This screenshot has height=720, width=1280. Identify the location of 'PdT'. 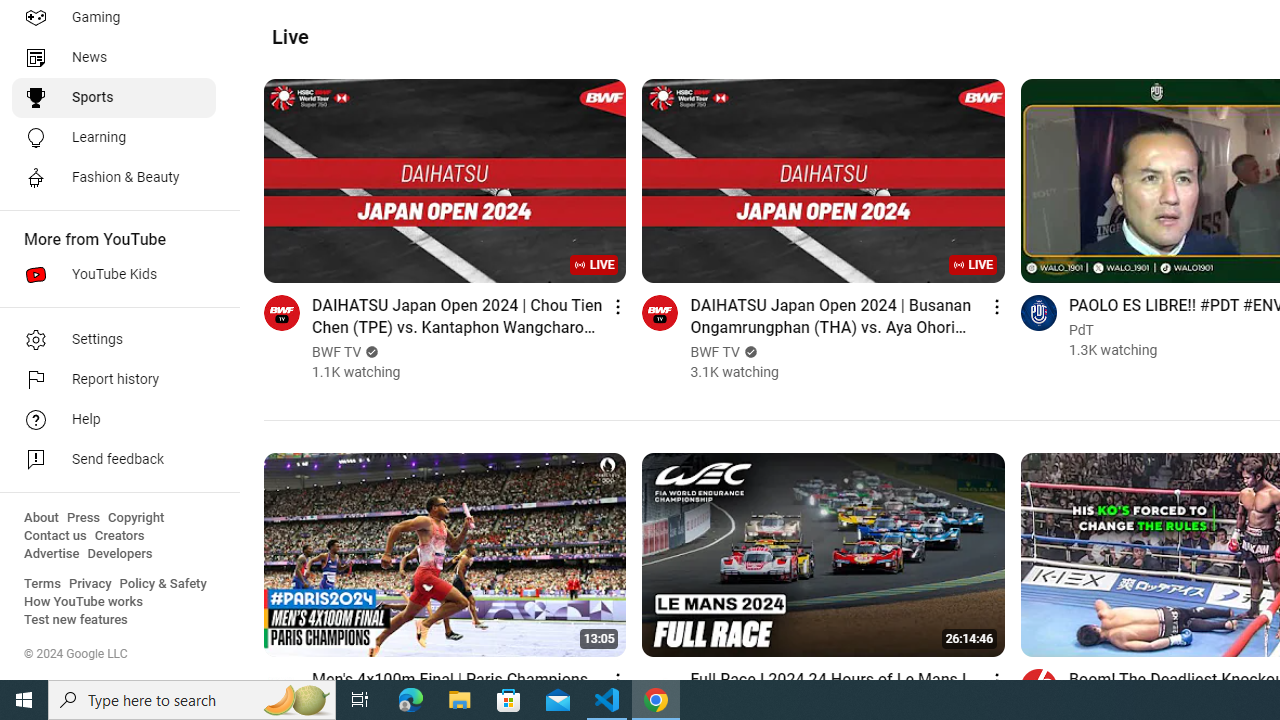
(1080, 329).